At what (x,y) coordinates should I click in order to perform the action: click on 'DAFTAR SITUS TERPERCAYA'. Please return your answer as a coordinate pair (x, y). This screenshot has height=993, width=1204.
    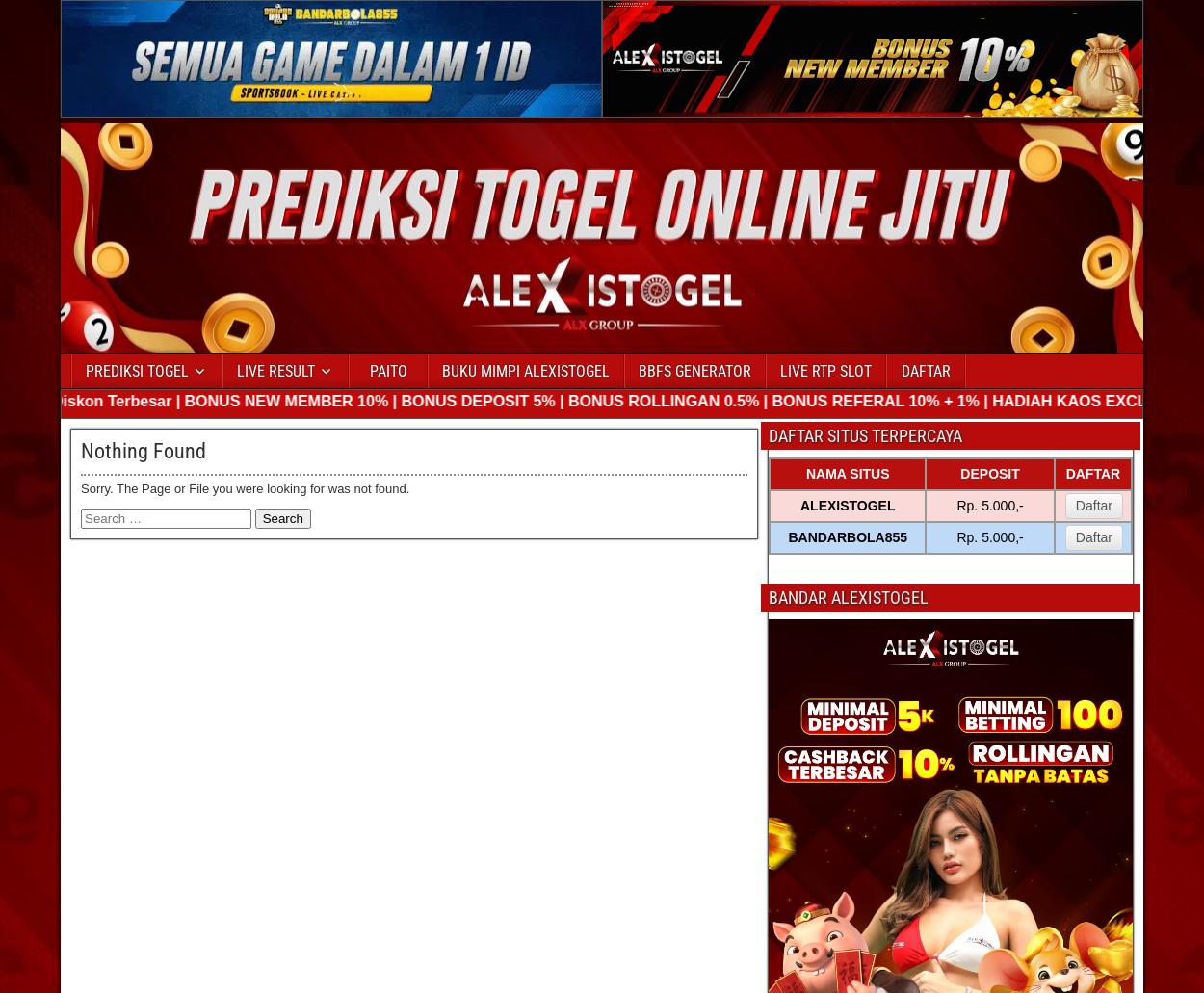
    Looking at the image, I should click on (865, 434).